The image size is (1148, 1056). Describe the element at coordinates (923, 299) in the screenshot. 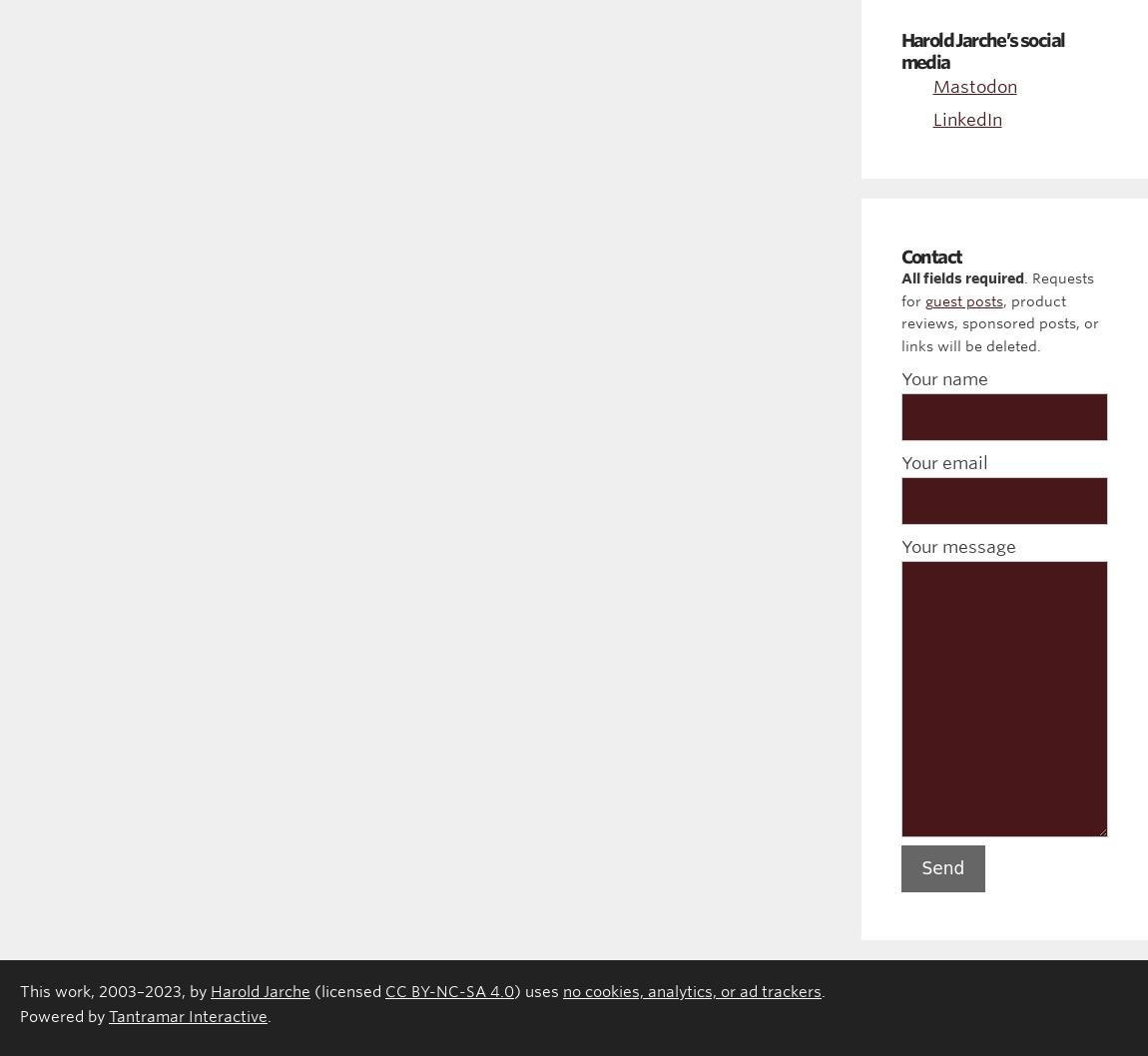

I see `'guest posts'` at that location.